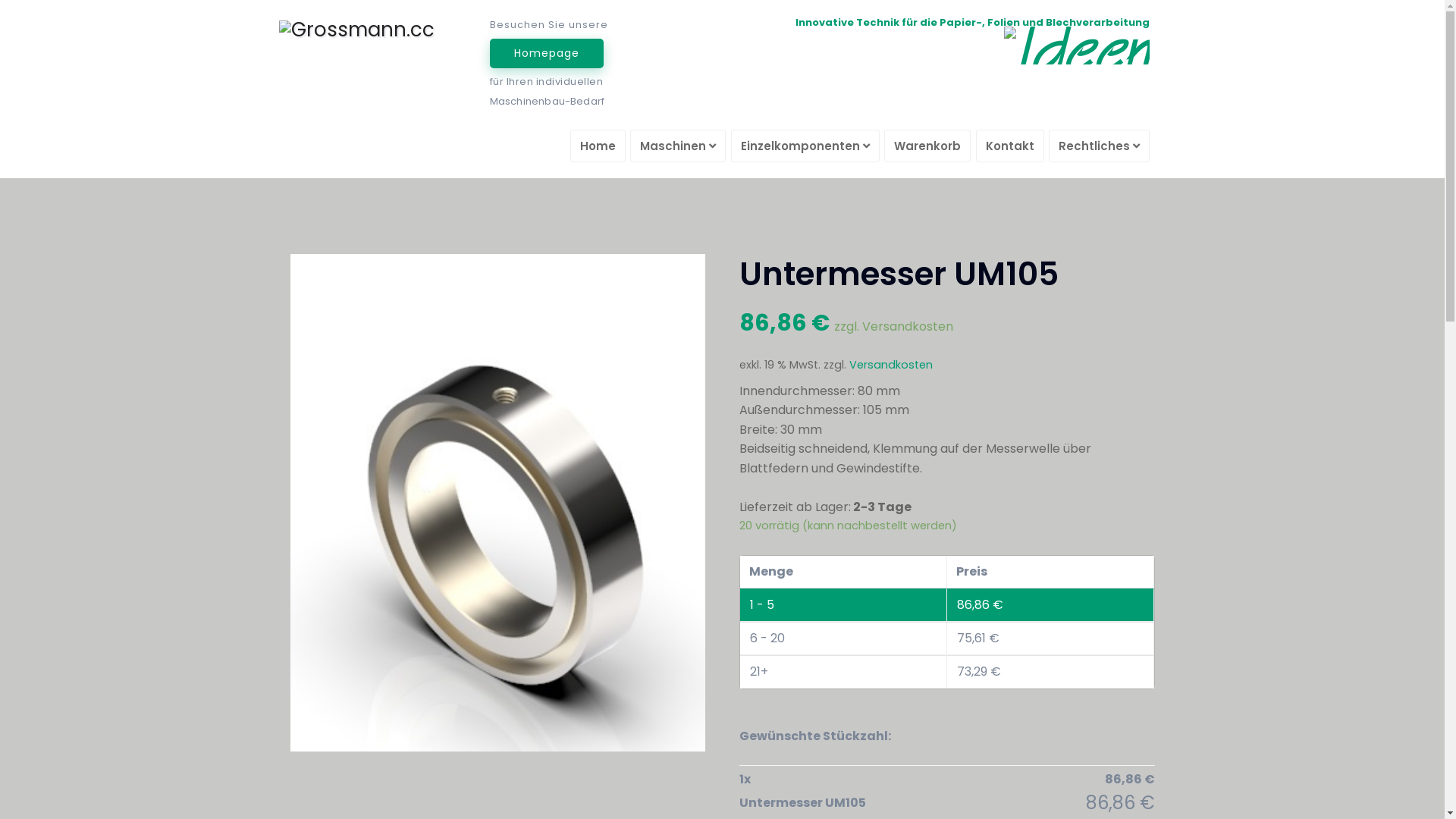  What do you see at coordinates (975, 146) in the screenshot?
I see `'Kontakt'` at bounding box center [975, 146].